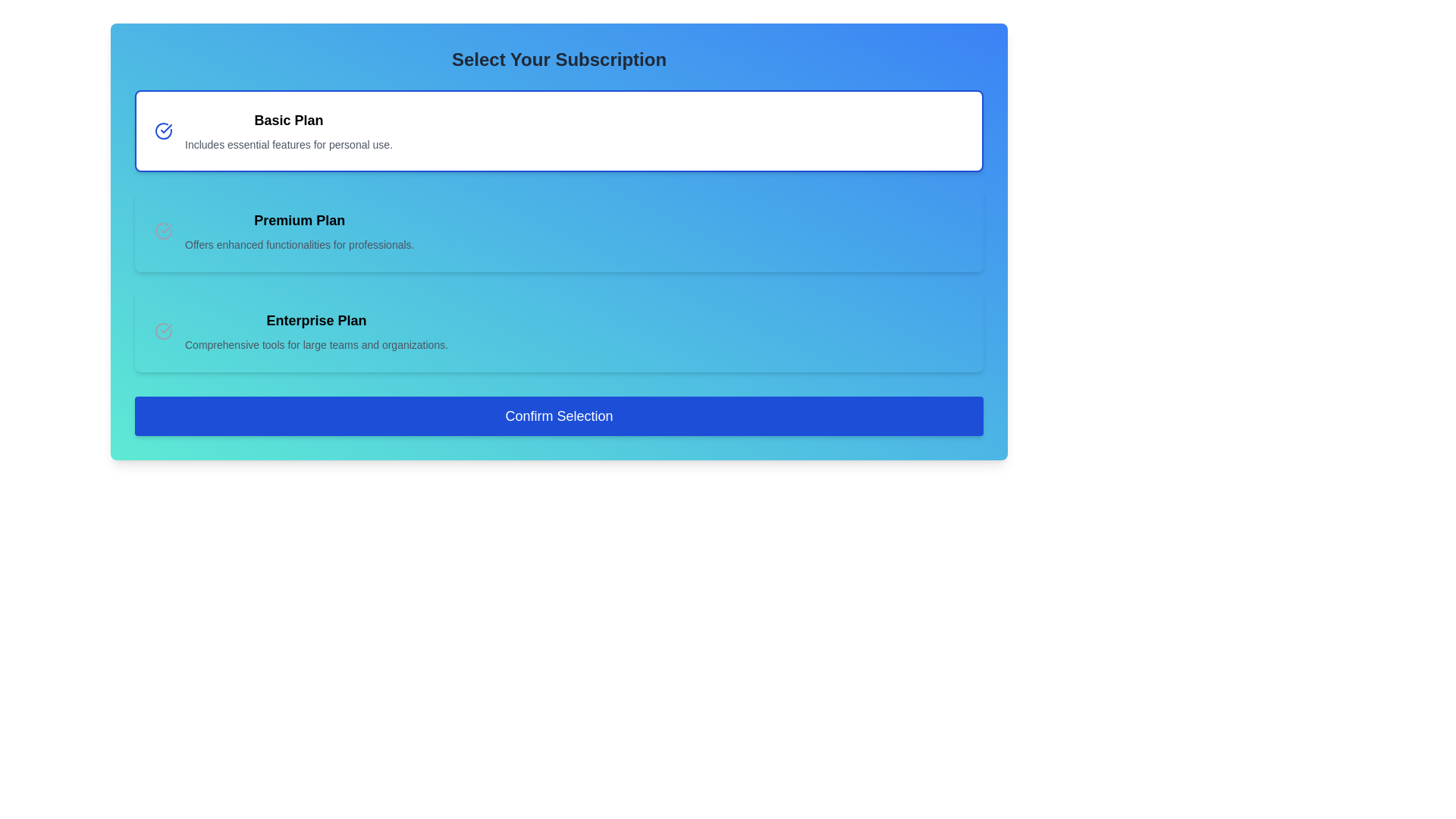 Image resolution: width=1456 pixels, height=819 pixels. What do you see at coordinates (164, 231) in the screenshot?
I see `the circular checkmark icon for the 'Premium Plan' subscription option to understand the plan's selection` at bounding box center [164, 231].